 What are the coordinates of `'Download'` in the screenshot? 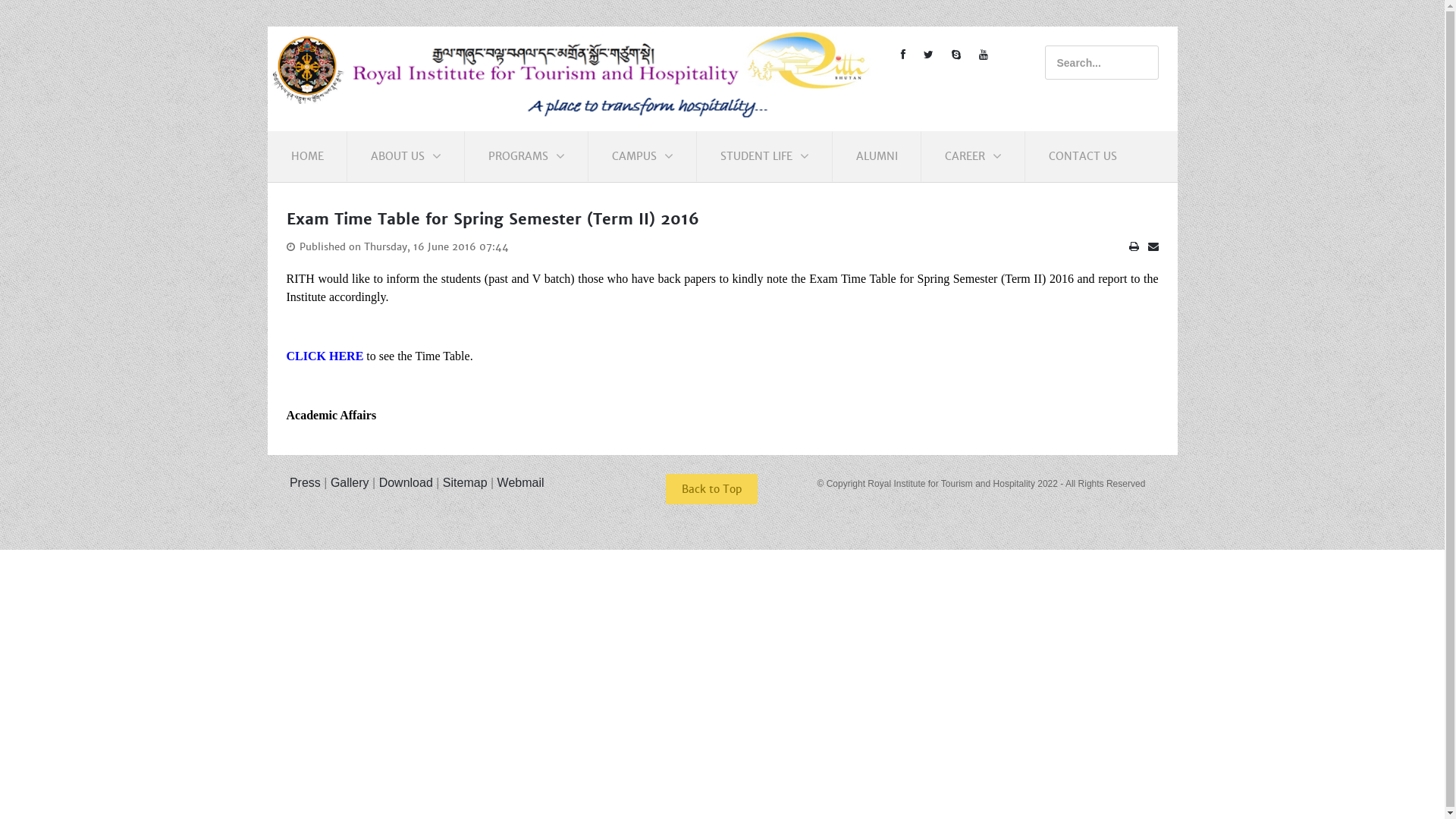 It's located at (406, 482).